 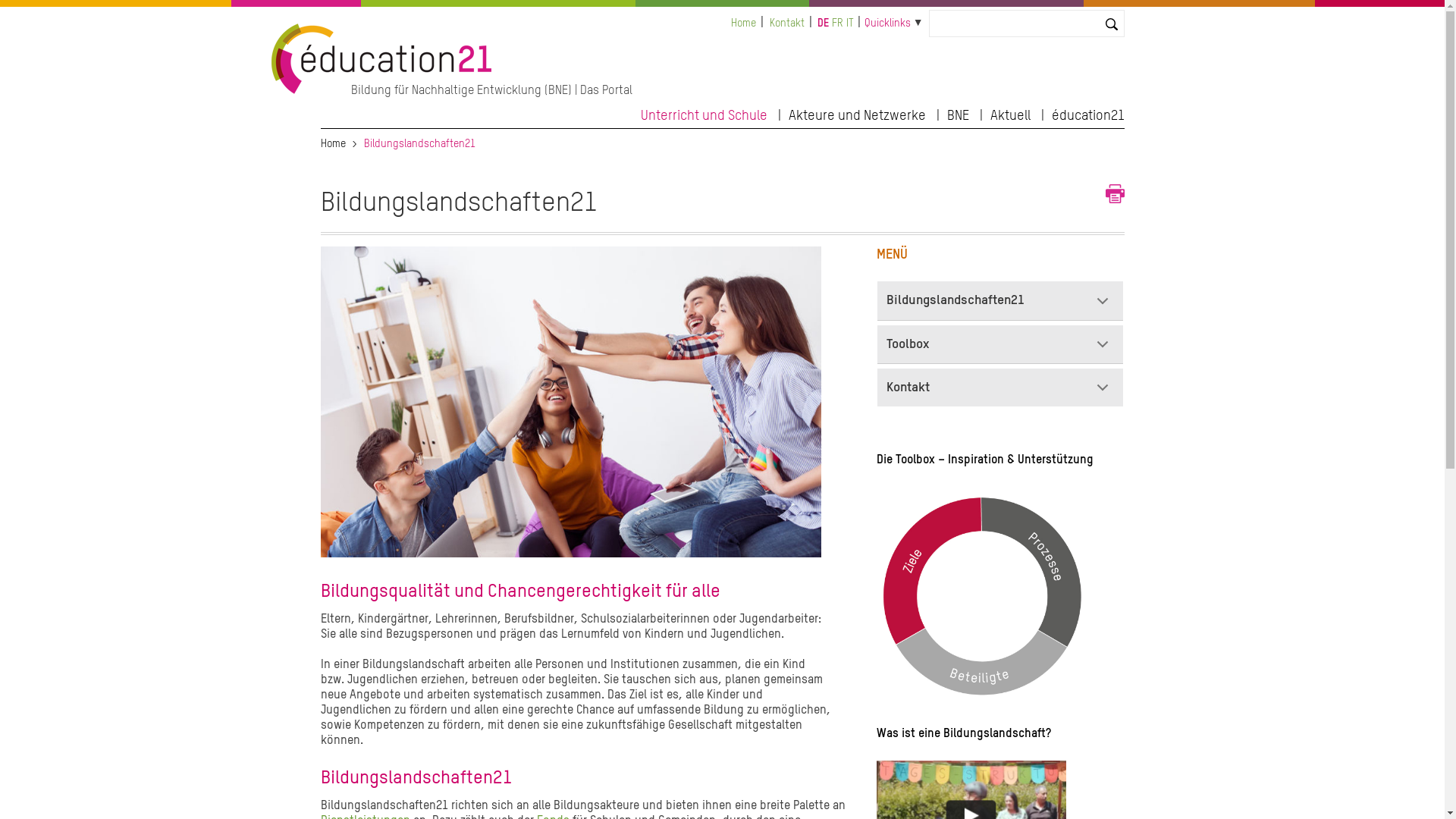 What do you see at coordinates (331, 143) in the screenshot?
I see `'Home'` at bounding box center [331, 143].